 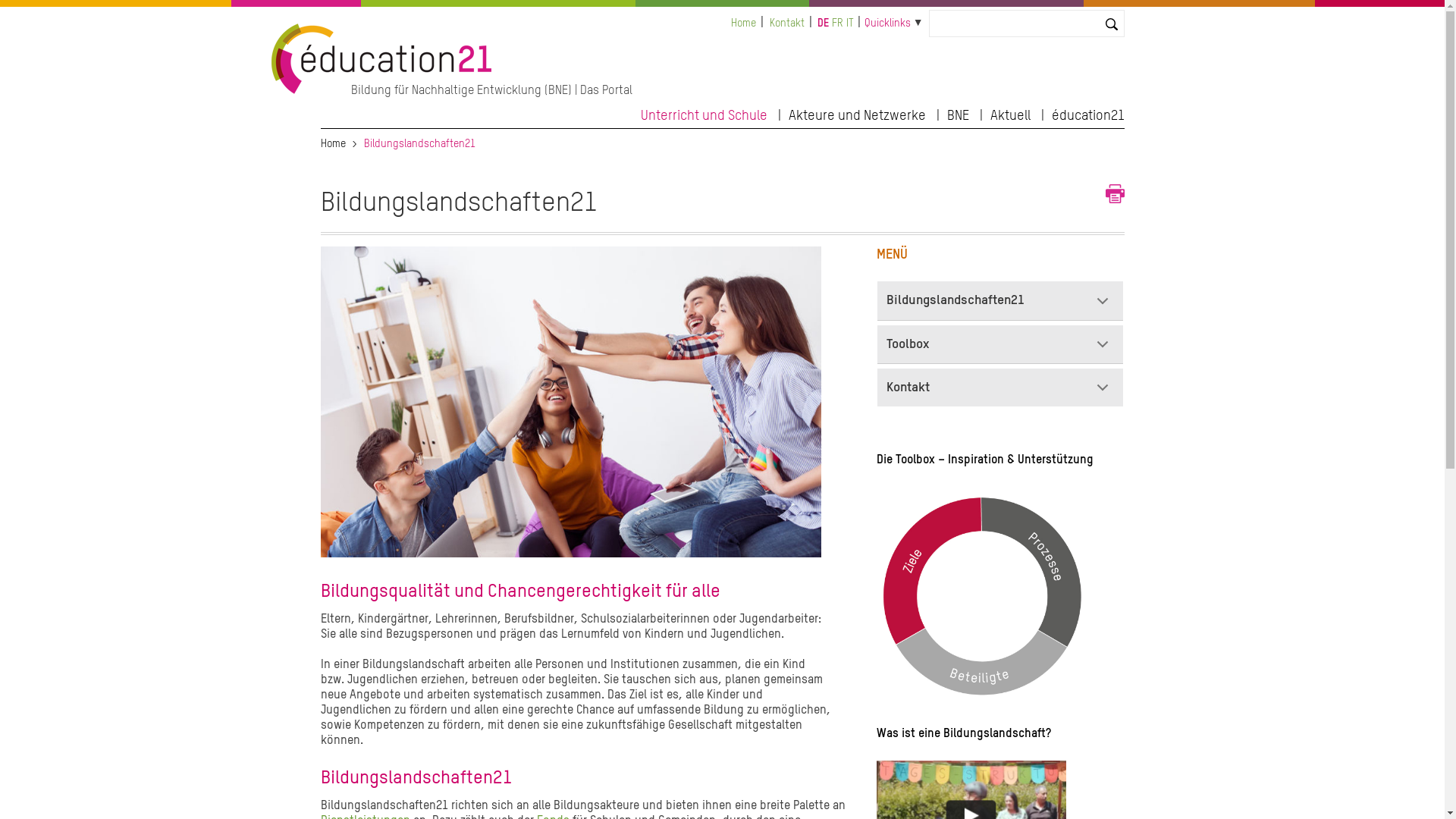 What do you see at coordinates (331, 143) in the screenshot?
I see `'Home'` at bounding box center [331, 143].